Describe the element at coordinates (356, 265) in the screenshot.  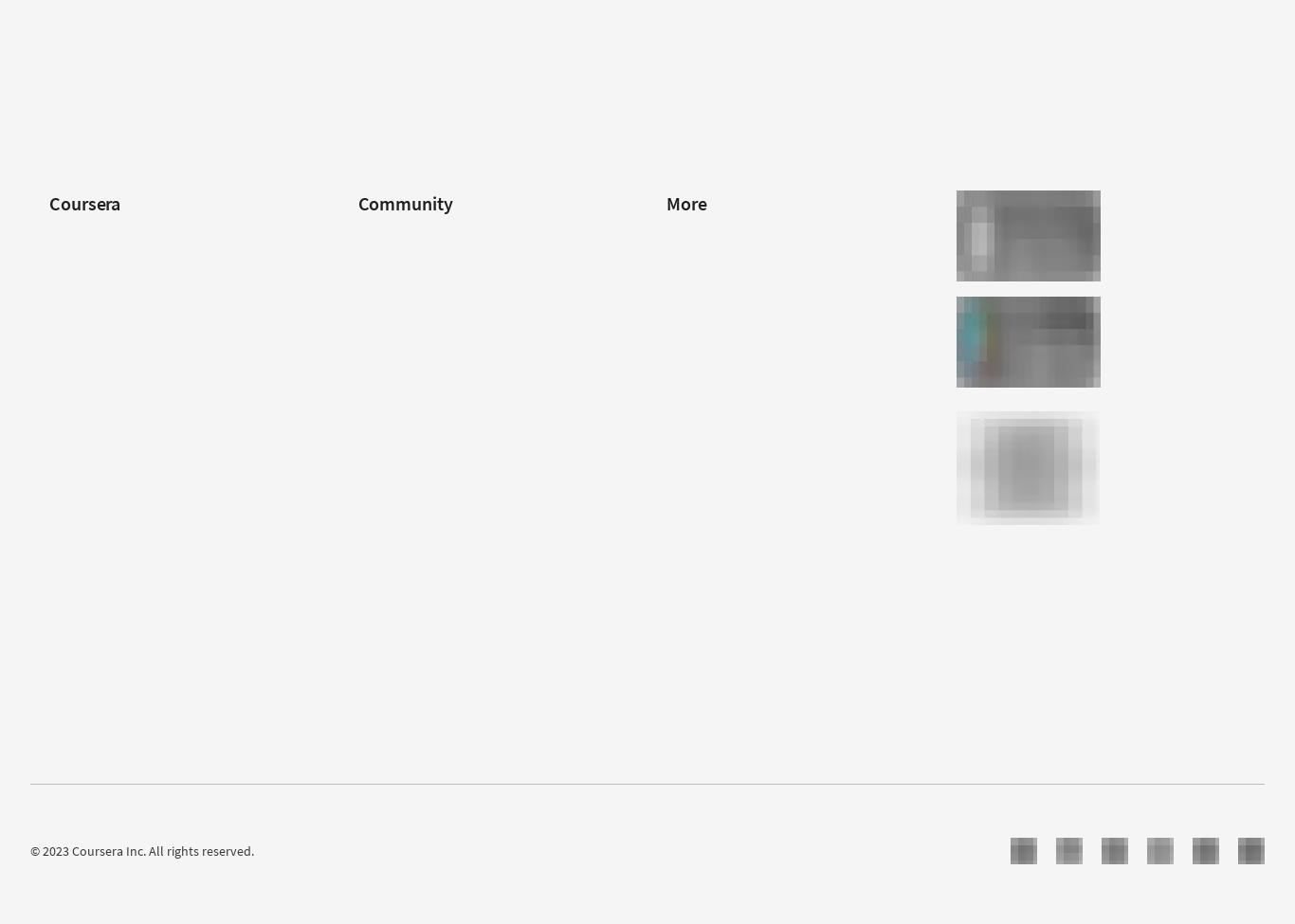
I see `'Partners'` at that location.